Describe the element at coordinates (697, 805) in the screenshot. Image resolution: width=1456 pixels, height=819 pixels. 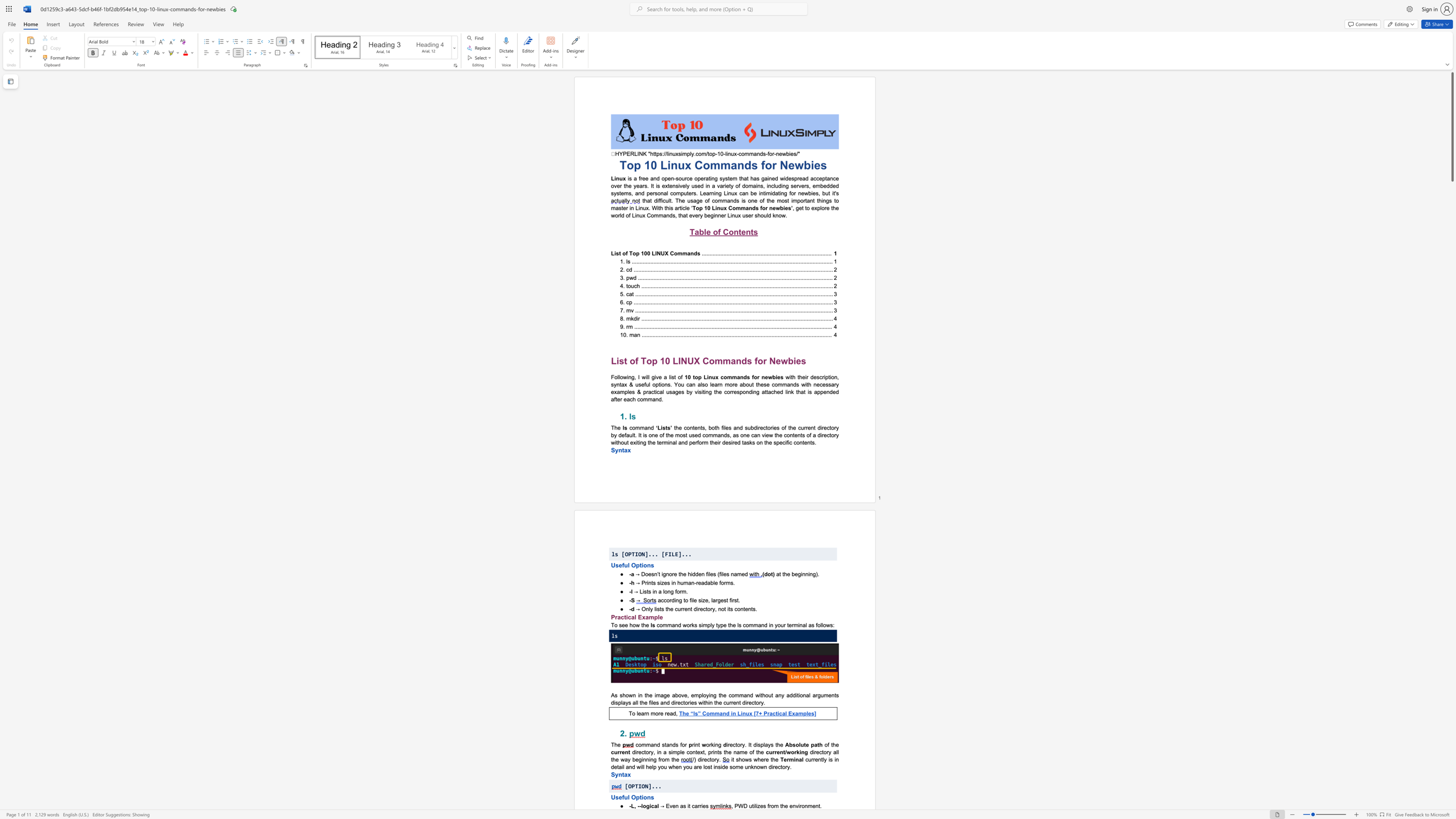
I see `the 1th character "r" in the text` at that location.